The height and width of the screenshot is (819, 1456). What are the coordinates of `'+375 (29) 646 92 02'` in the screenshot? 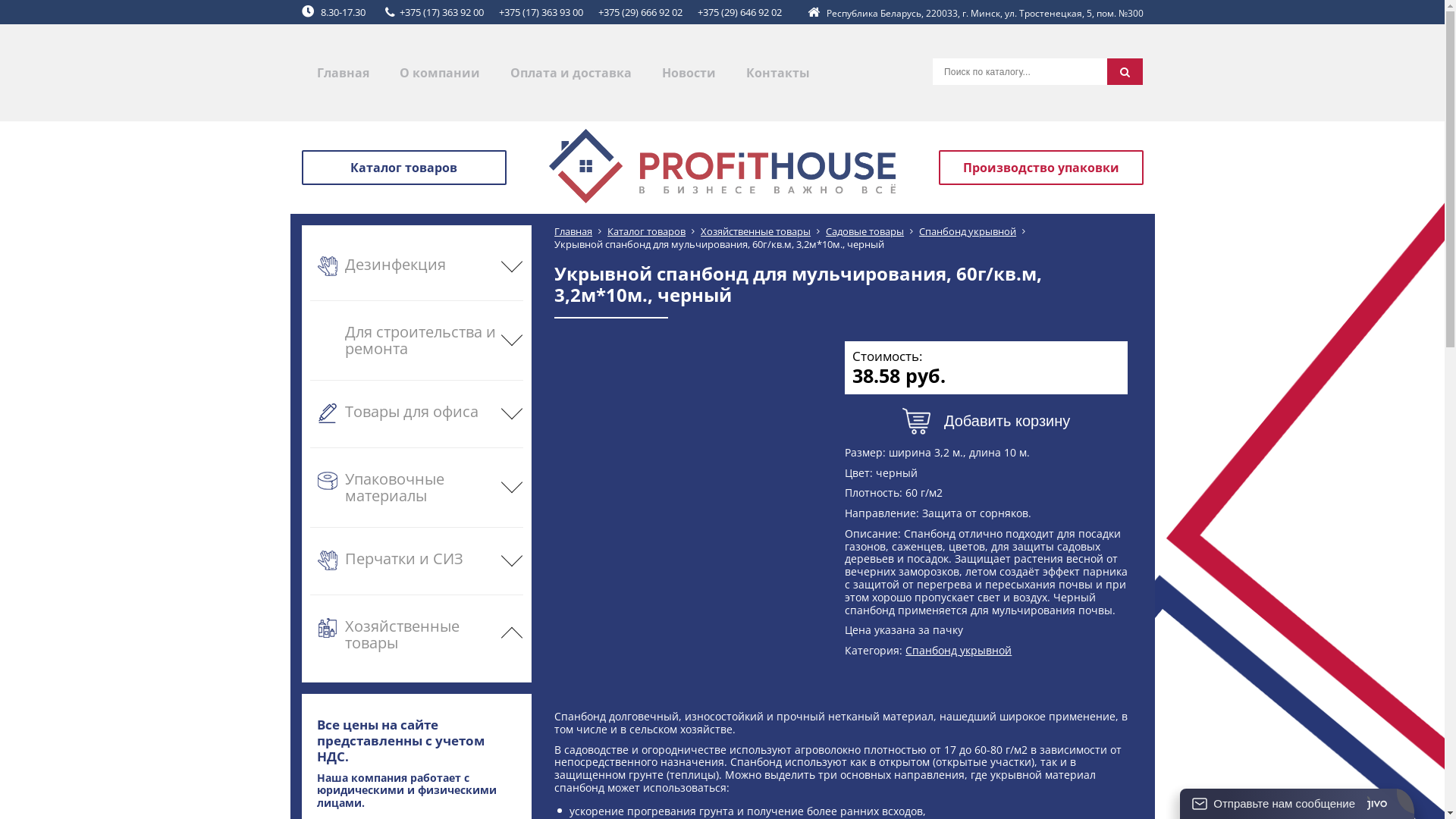 It's located at (739, 12).